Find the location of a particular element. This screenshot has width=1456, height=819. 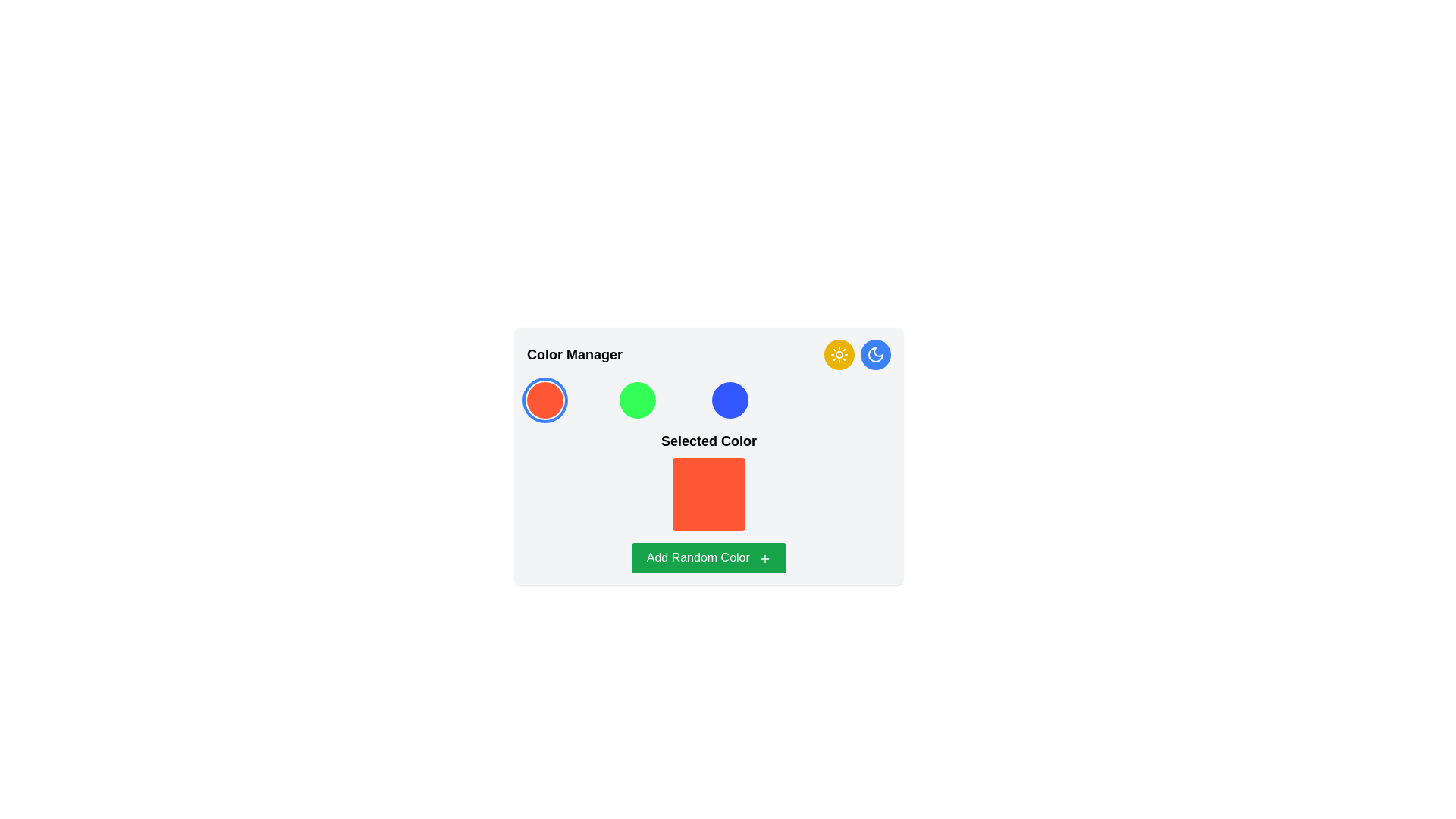

the toggle button for 'day mode' and 'night mode' in the top-right section of the 'Color Manager' panel is located at coordinates (858, 354).